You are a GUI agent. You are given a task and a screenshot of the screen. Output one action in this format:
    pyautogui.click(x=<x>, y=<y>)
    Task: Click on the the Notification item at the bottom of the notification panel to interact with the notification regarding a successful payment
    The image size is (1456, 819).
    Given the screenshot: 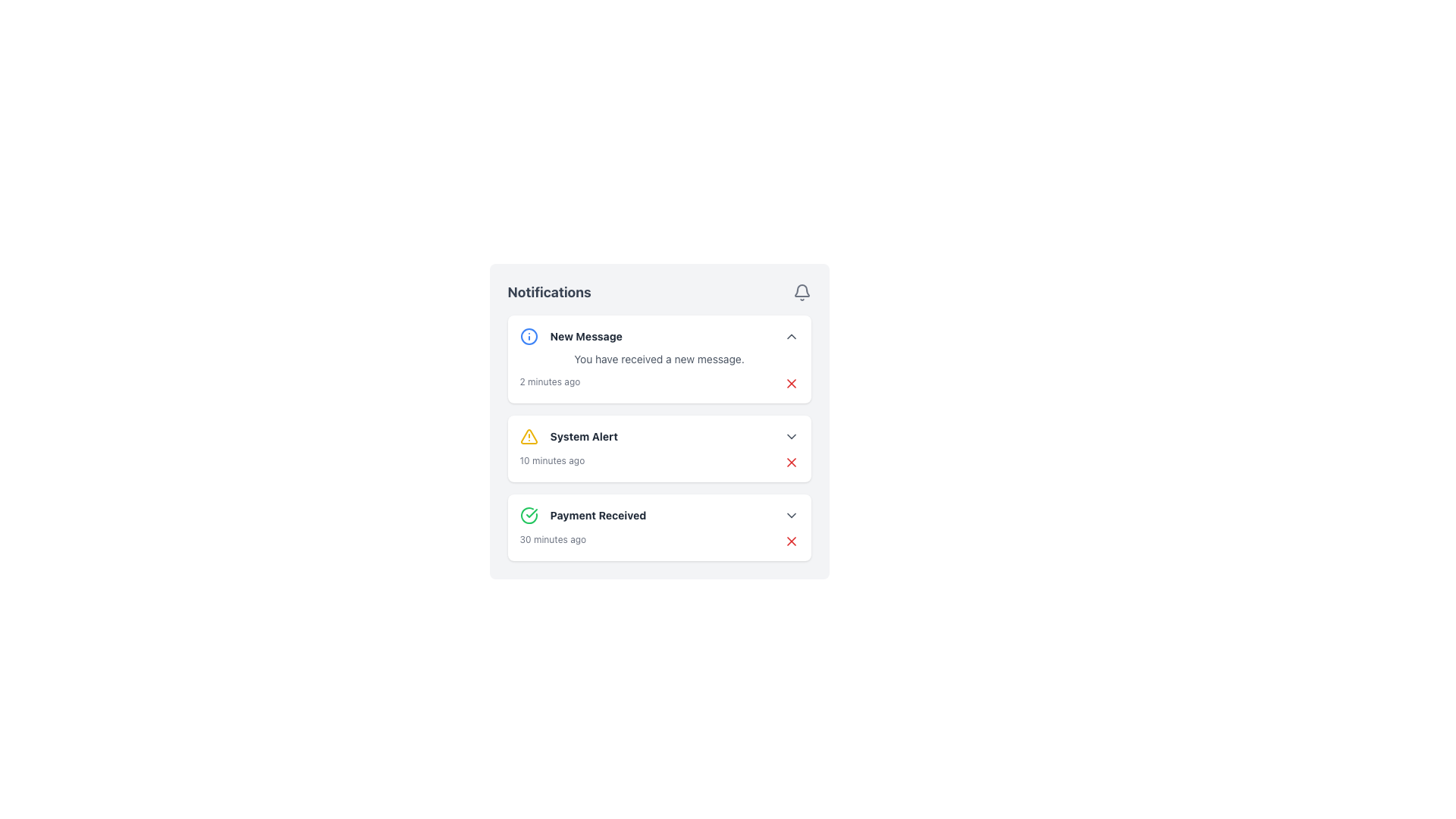 What is the action you would take?
    pyautogui.click(x=582, y=514)
    